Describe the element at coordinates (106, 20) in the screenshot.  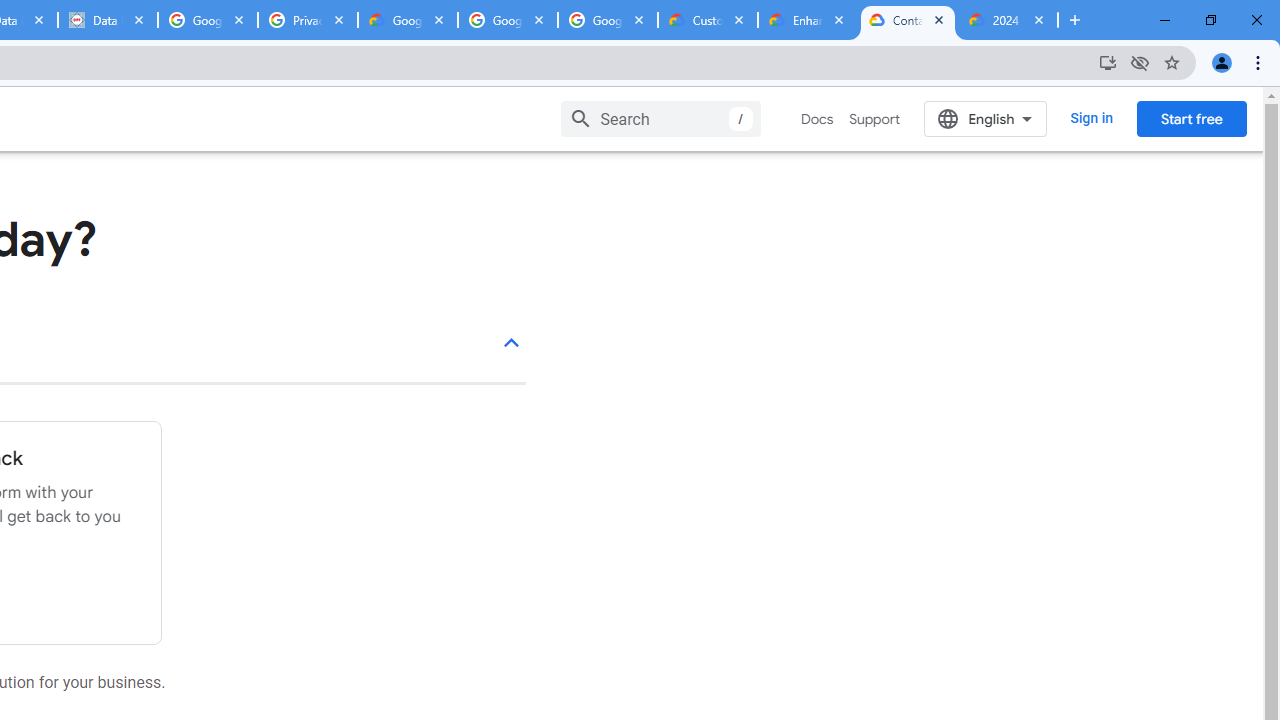
I see `'Data Privacy Framework'` at that location.